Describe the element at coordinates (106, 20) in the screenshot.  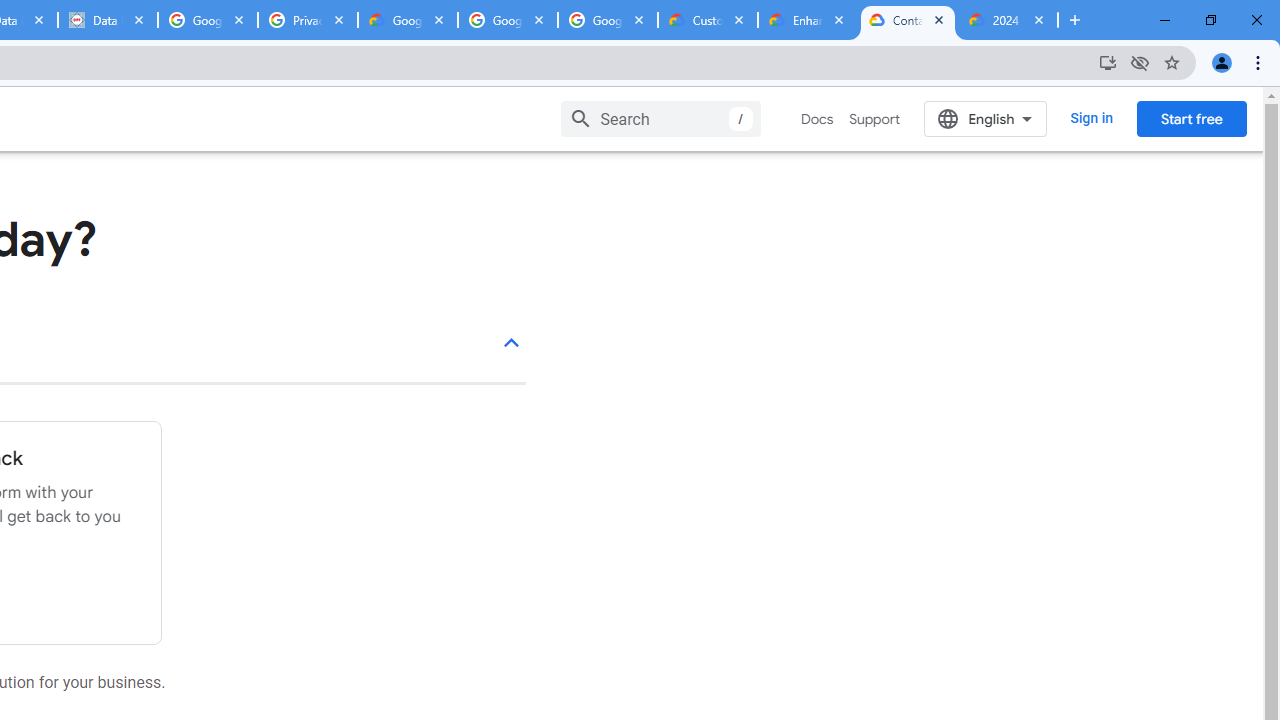
I see `'Data Privacy Framework'` at that location.